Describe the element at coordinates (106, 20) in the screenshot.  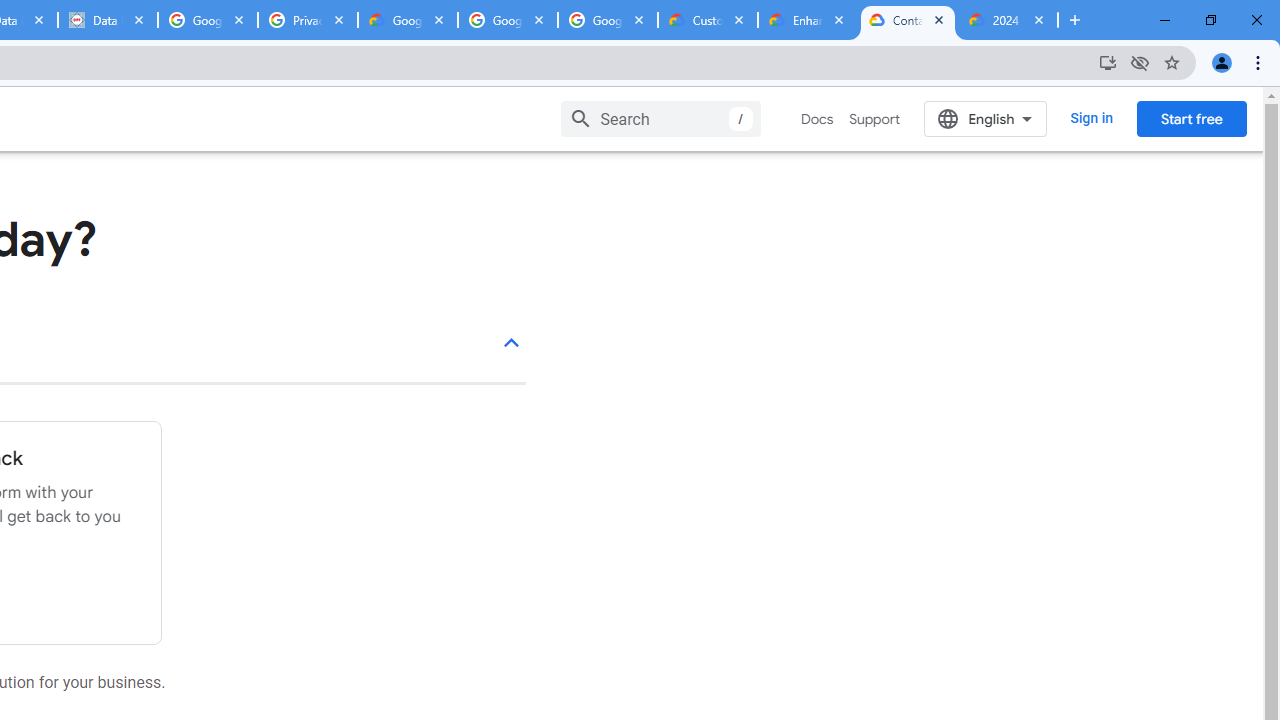
I see `'Data Privacy Framework'` at that location.